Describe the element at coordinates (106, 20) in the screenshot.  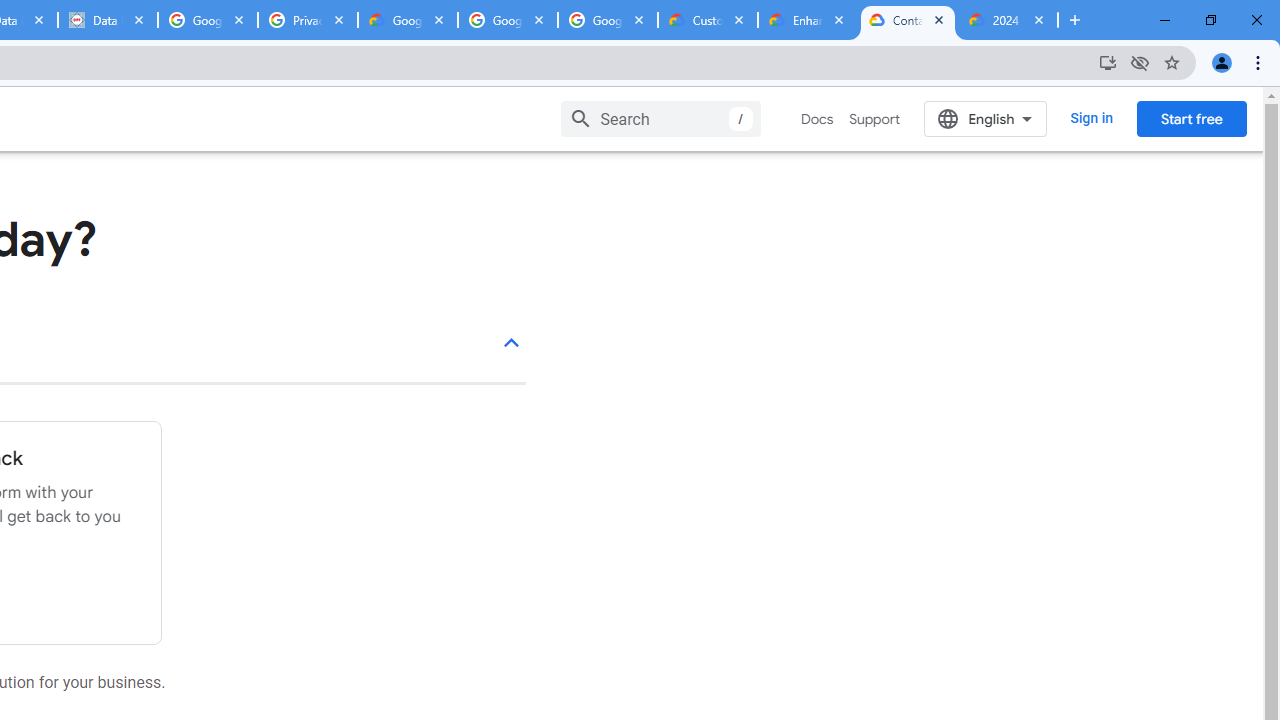
I see `'Data Privacy Framework'` at that location.